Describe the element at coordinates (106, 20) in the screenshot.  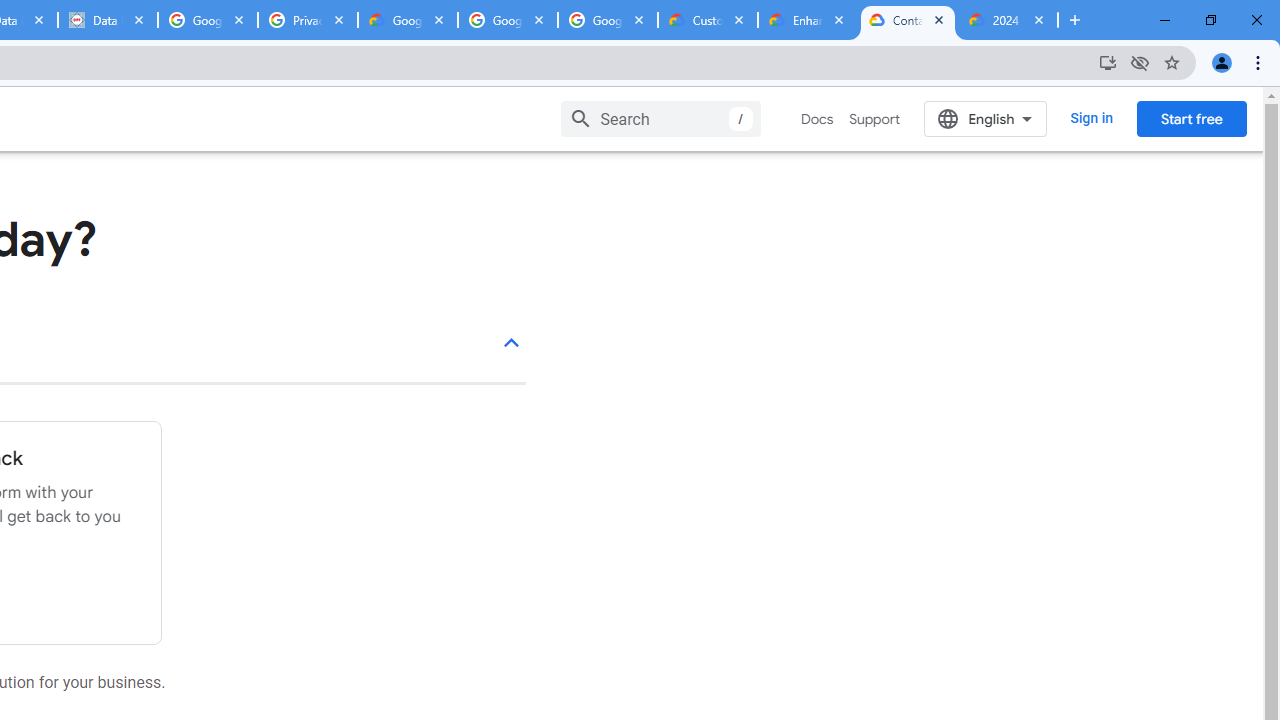
I see `'Data Privacy Framework'` at that location.